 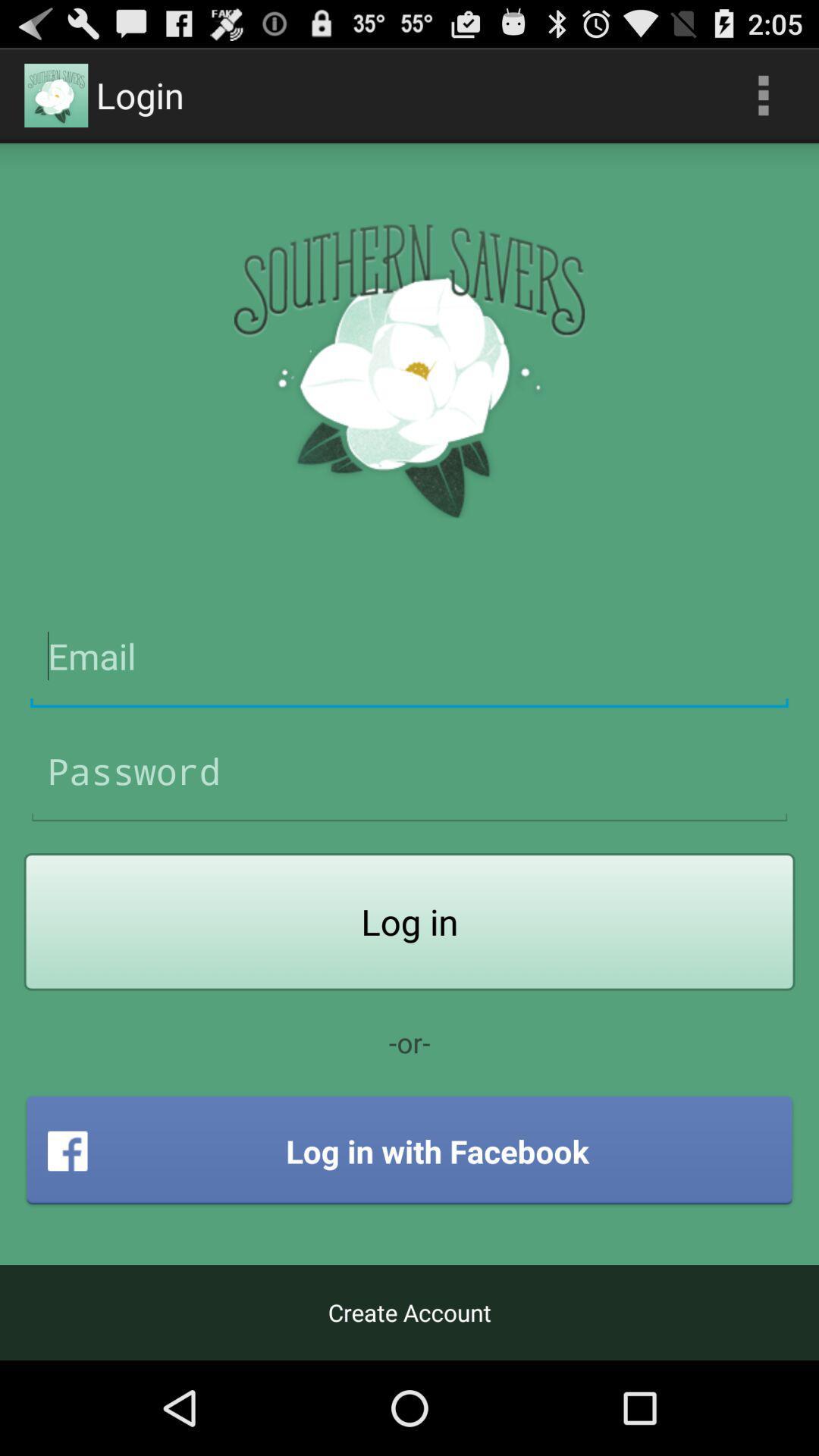 I want to click on app i.d, so click(x=409, y=657).